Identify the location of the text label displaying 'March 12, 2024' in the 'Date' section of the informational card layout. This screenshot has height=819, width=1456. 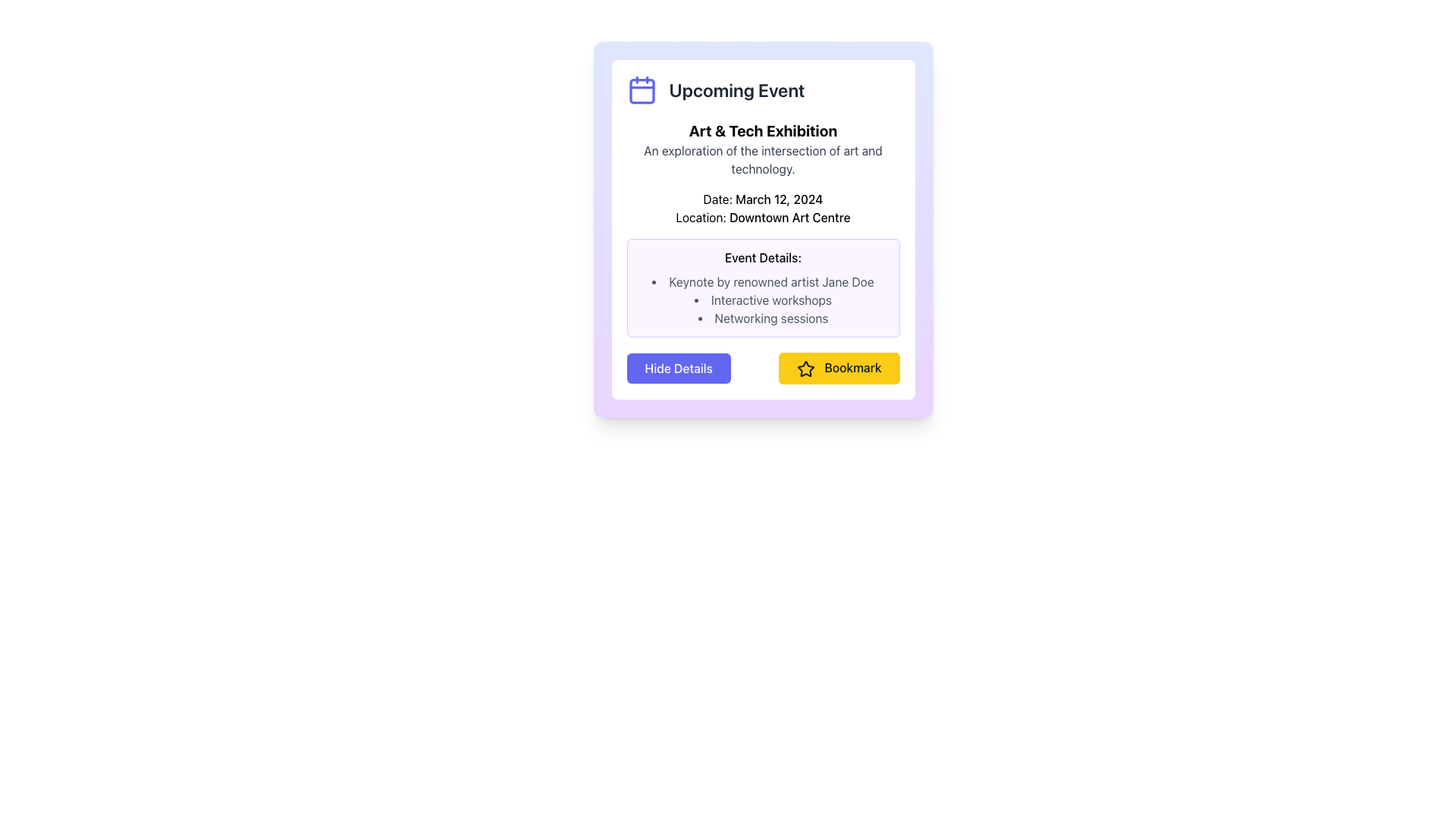
(779, 198).